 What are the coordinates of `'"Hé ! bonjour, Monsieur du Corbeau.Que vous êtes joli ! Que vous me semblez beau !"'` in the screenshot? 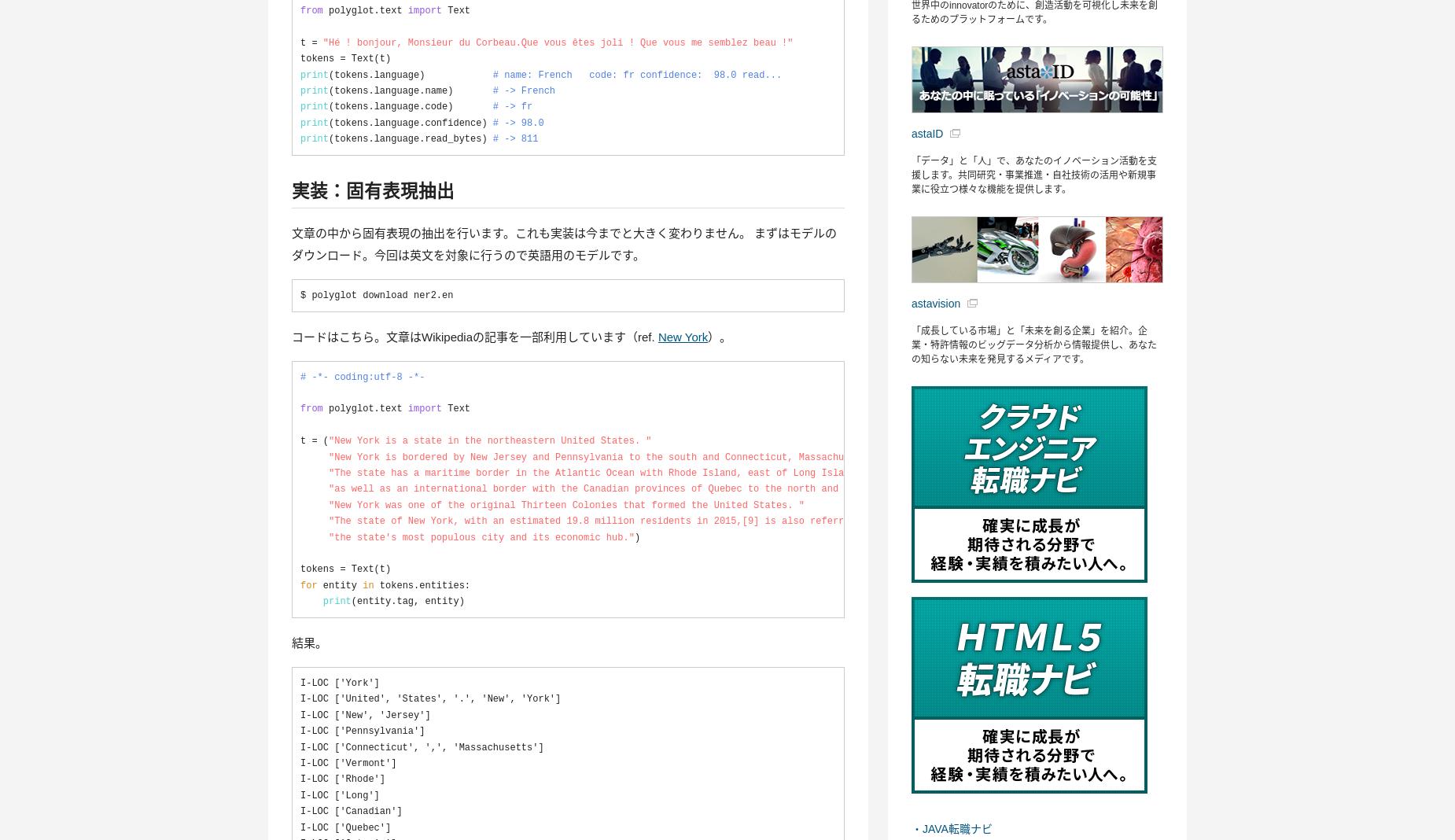 It's located at (321, 42).